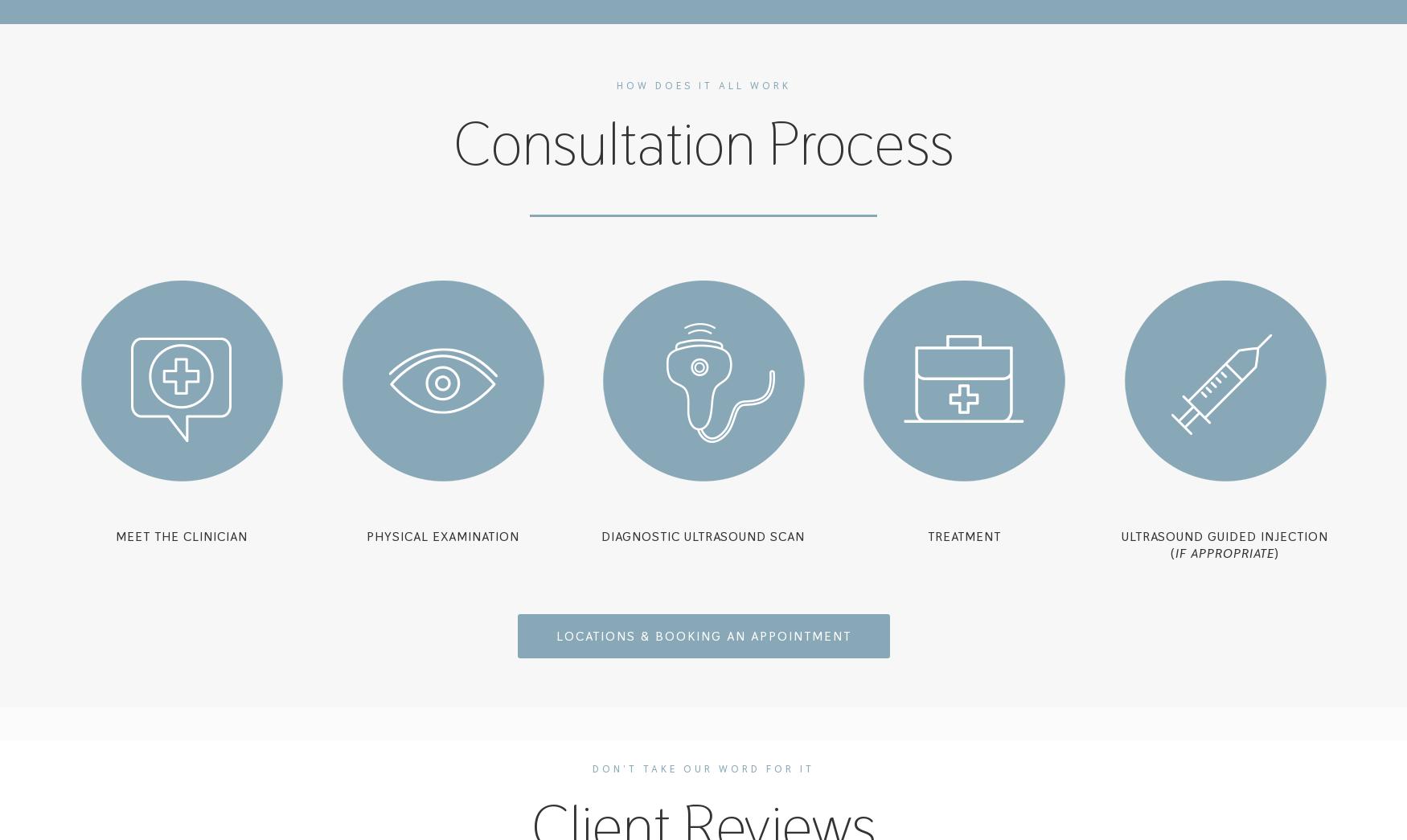  I want to click on 'Consultation Process', so click(703, 143).